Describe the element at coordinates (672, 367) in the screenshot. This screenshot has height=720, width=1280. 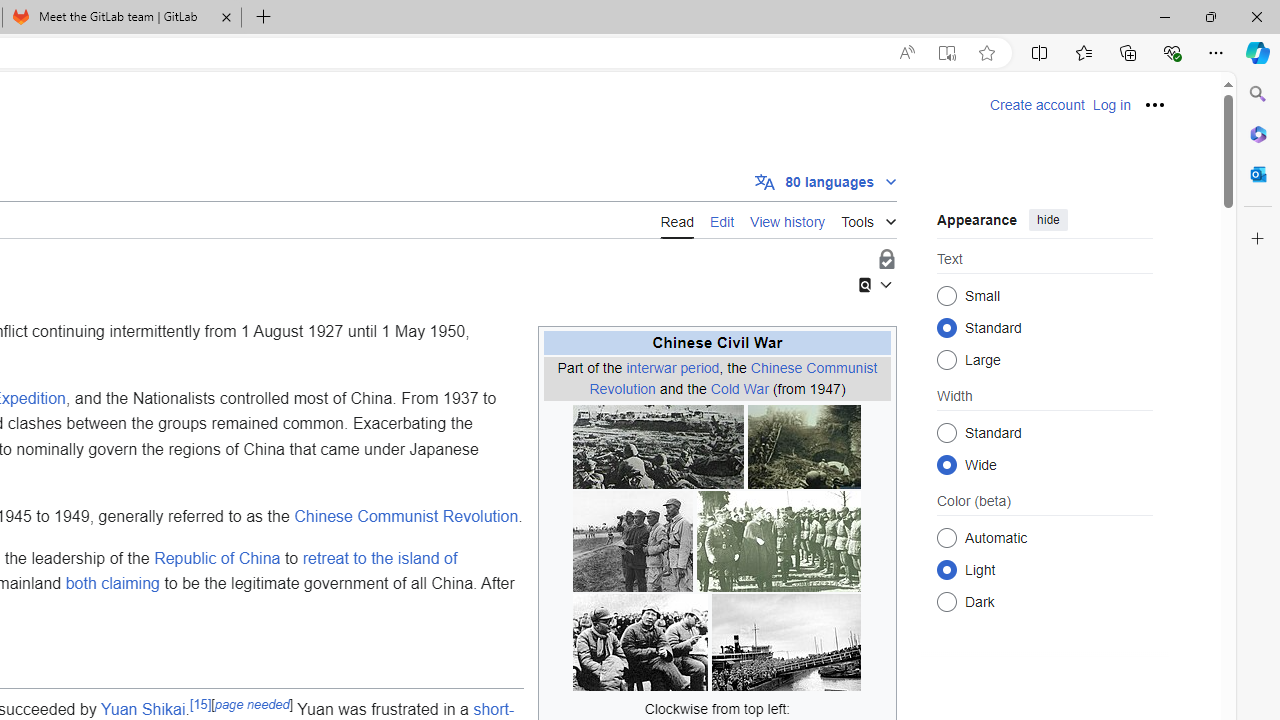
I see `'interwar period'` at that location.